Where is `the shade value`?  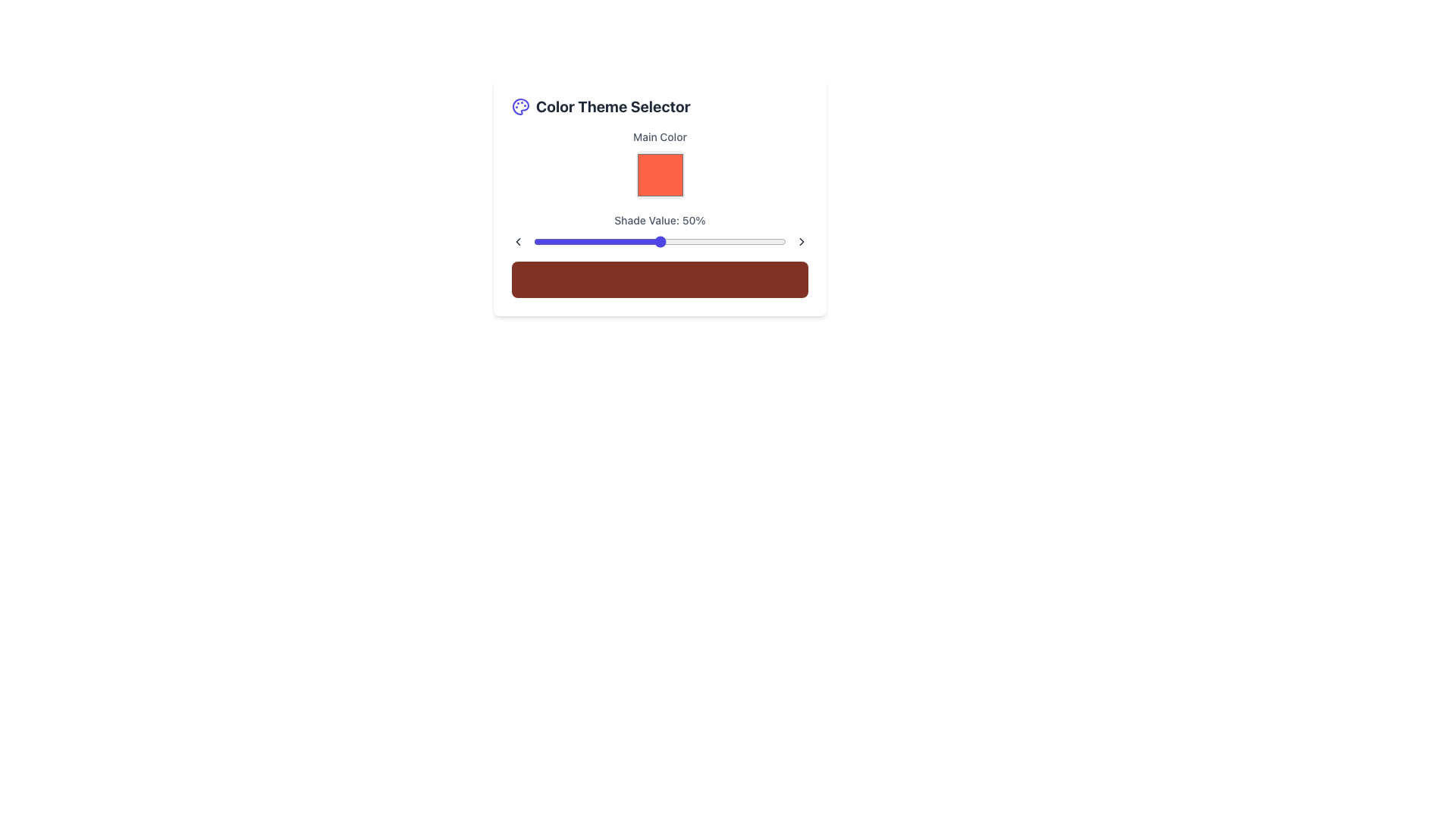
the shade value is located at coordinates (672, 241).